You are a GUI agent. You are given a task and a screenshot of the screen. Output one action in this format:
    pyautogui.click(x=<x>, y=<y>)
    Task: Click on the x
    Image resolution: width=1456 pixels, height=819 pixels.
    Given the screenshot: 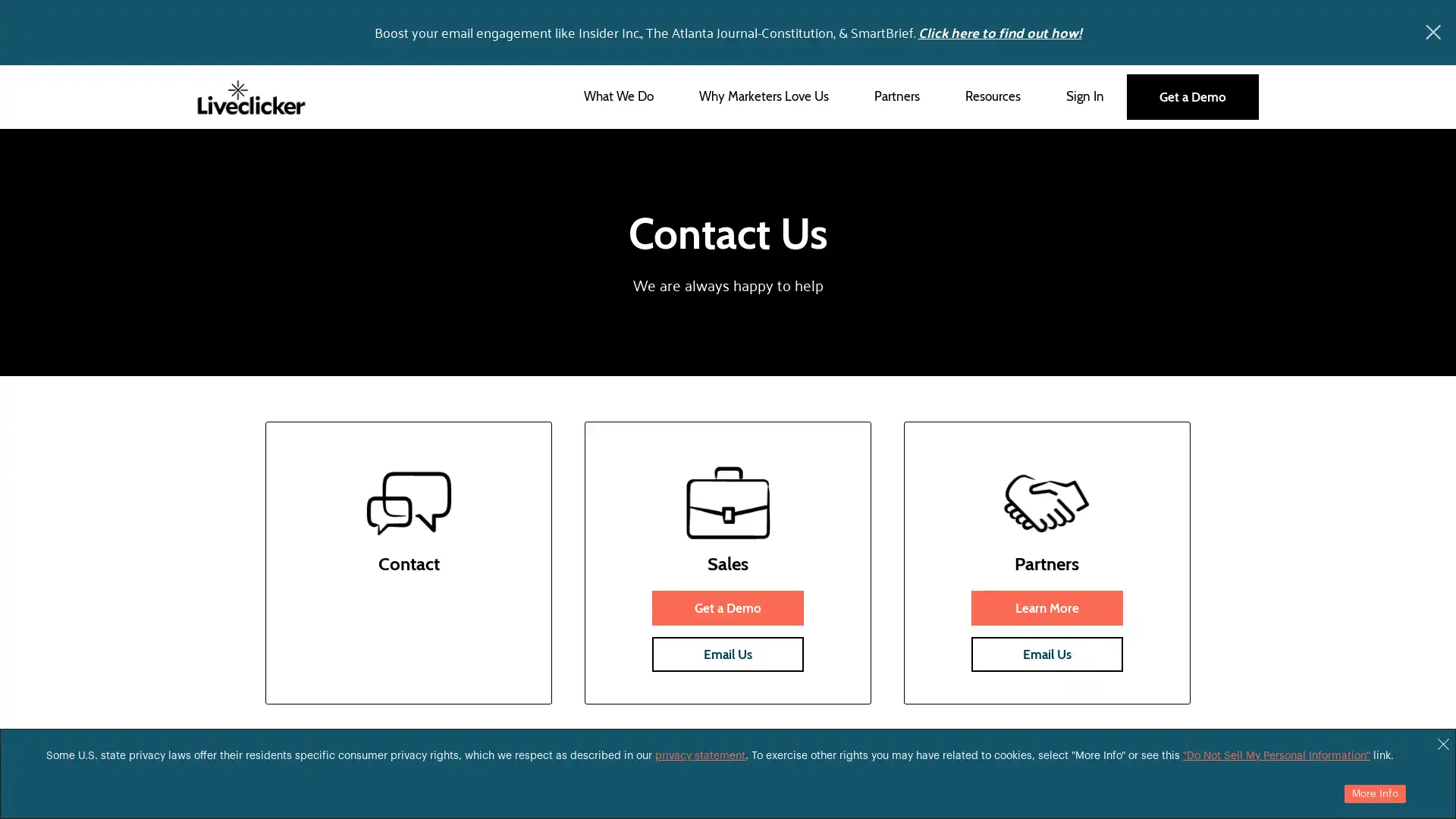 What is the action you would take?
    pyautogui.click(x=1432, y=32)
    